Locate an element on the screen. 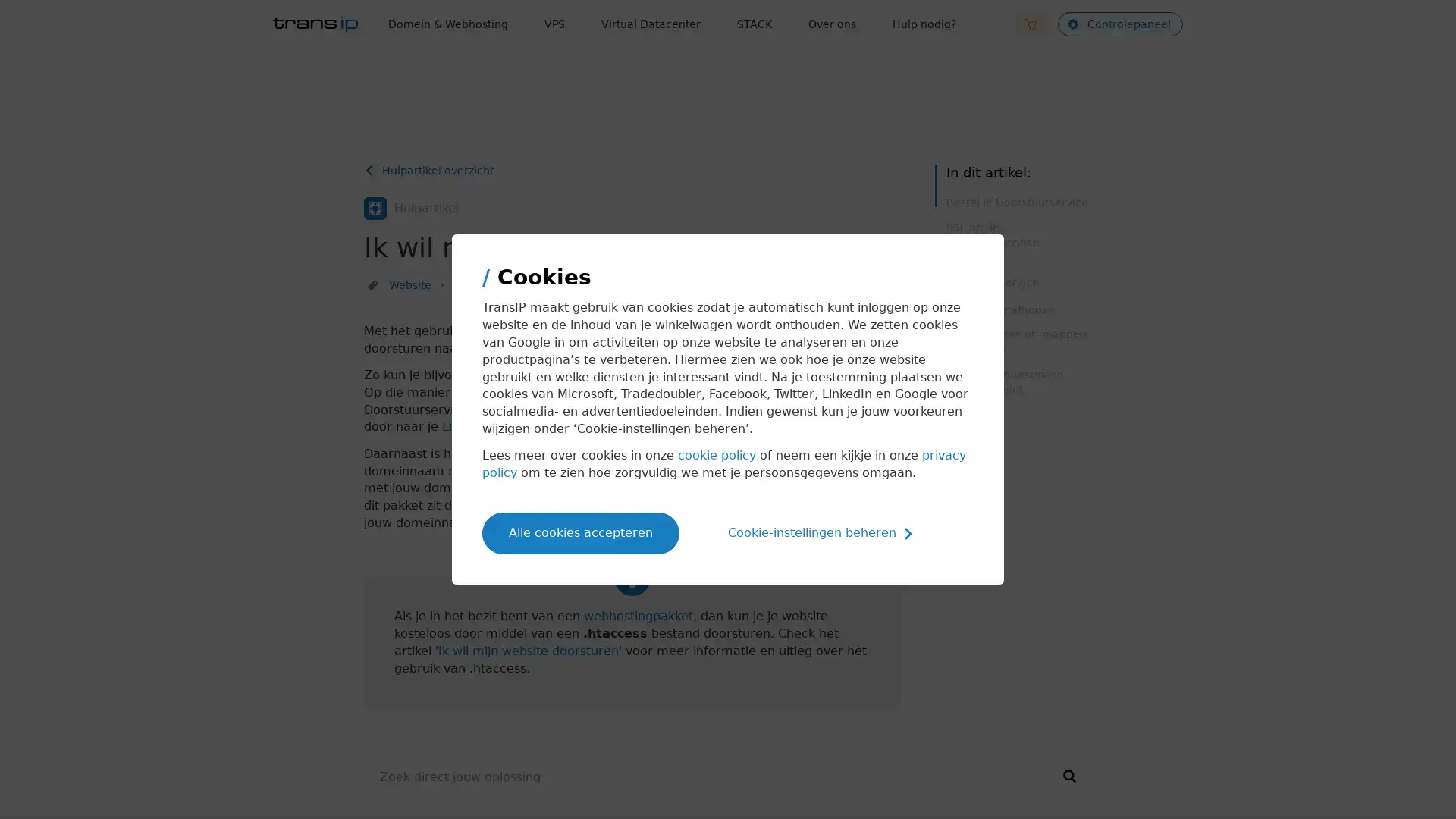  Alle cookies accepteren is located at coordinates (580, 532).